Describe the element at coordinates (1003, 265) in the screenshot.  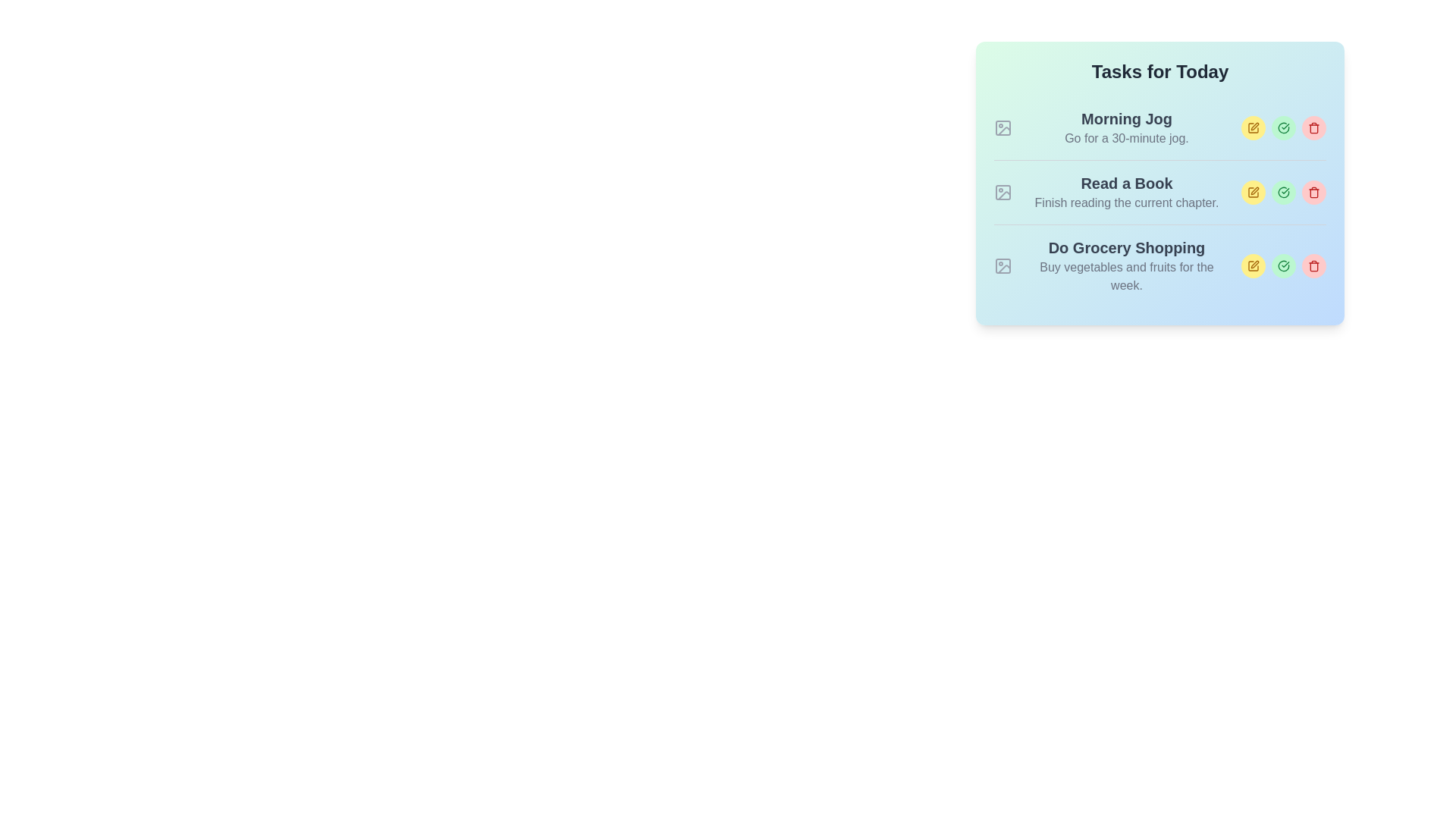
I see `the graphical element within the SVG icon associated with the 'Do Grocery Shopping' task, located in the upper left of the icon` at that location.